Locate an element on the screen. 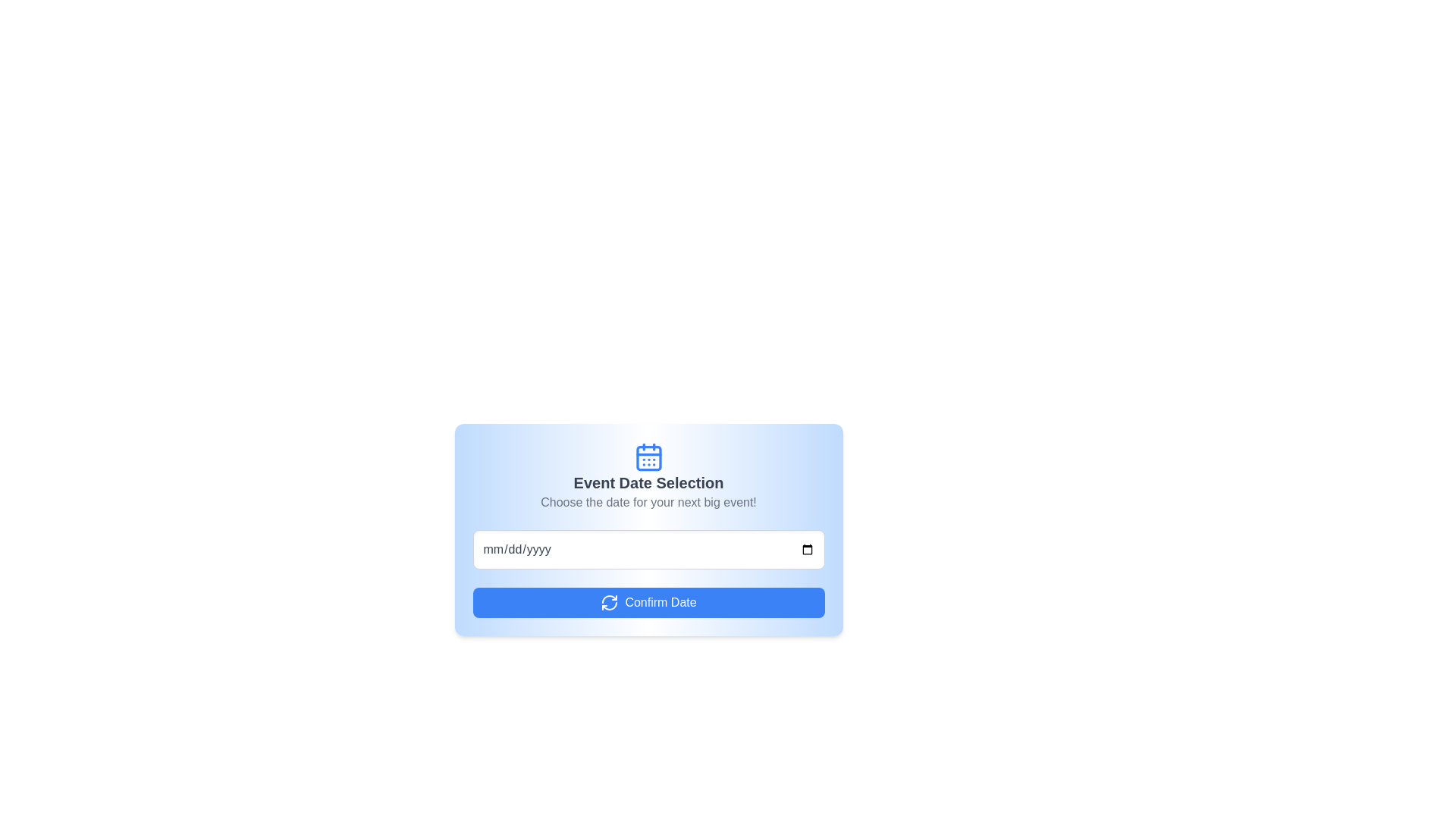 The width and height of the screenshot is (1456, 819). the confirm date button located at the center of the card UI component, positioned below the date input field, to observe hover effects is located at coordinates (648, 601).